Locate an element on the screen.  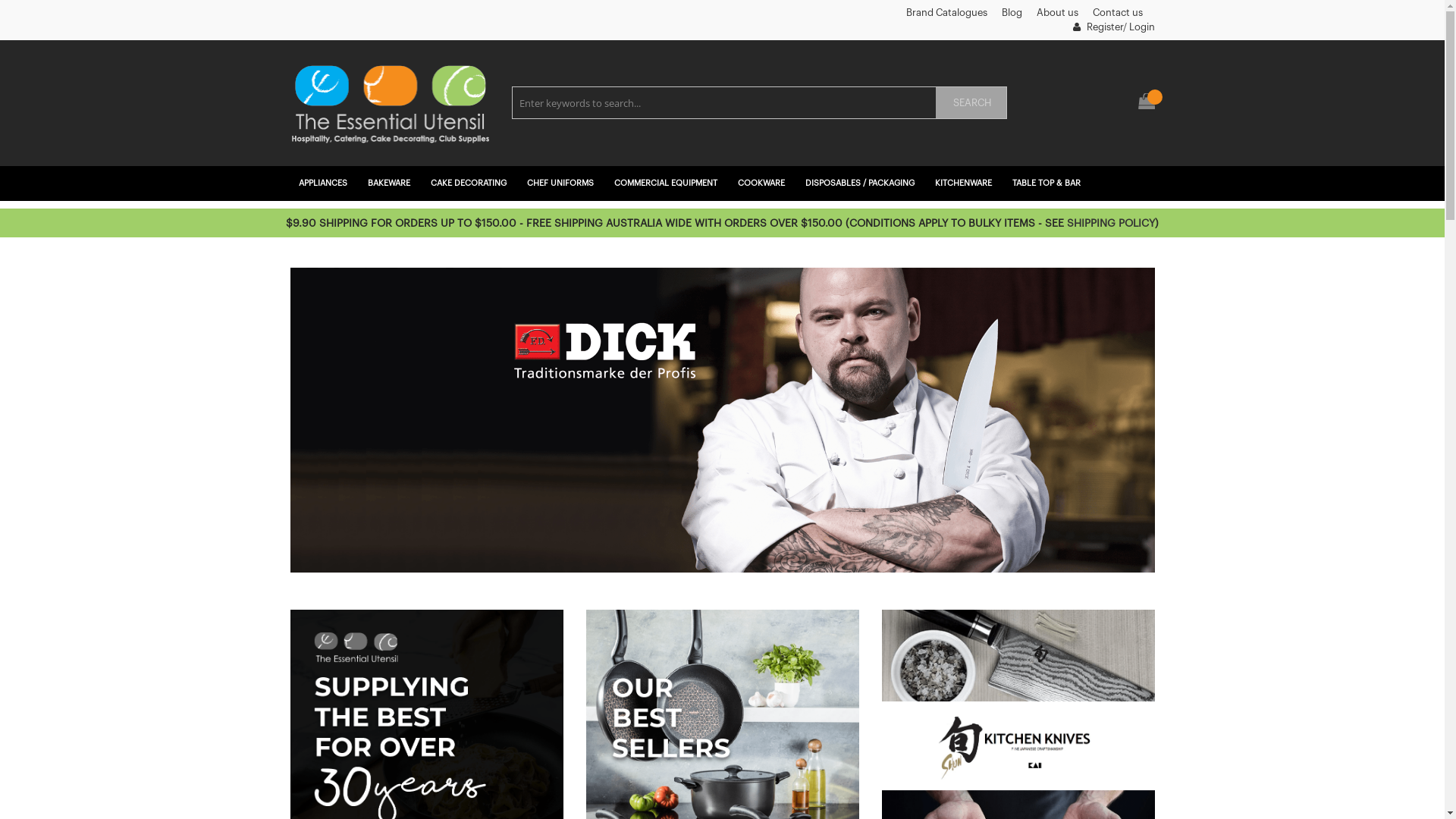
'Register' is located at coordinates (1097, 27).